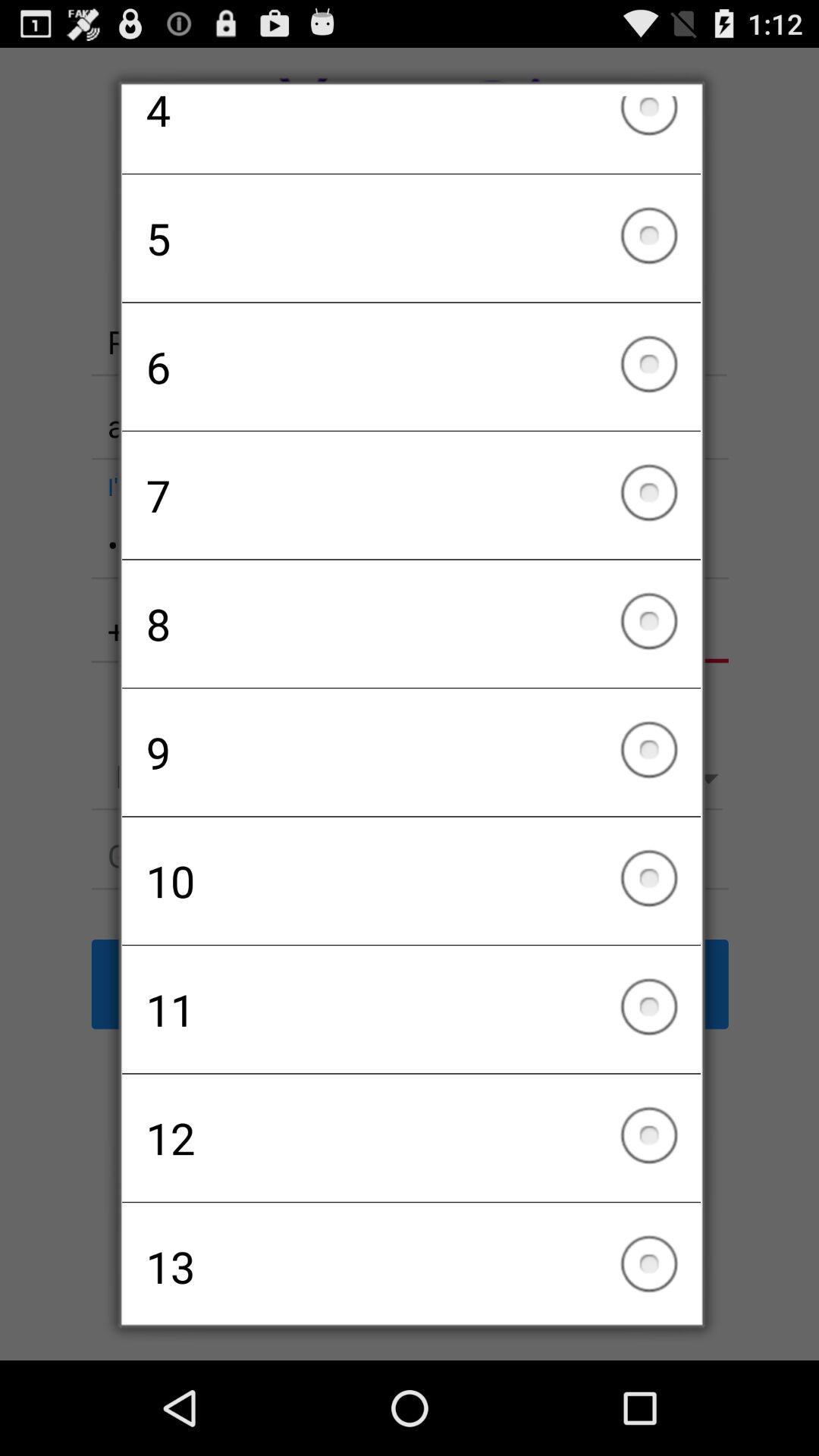 This screenshot has height=1456, width=819. I want to click on checkbox below 8 checkbox, so click(411, 752).